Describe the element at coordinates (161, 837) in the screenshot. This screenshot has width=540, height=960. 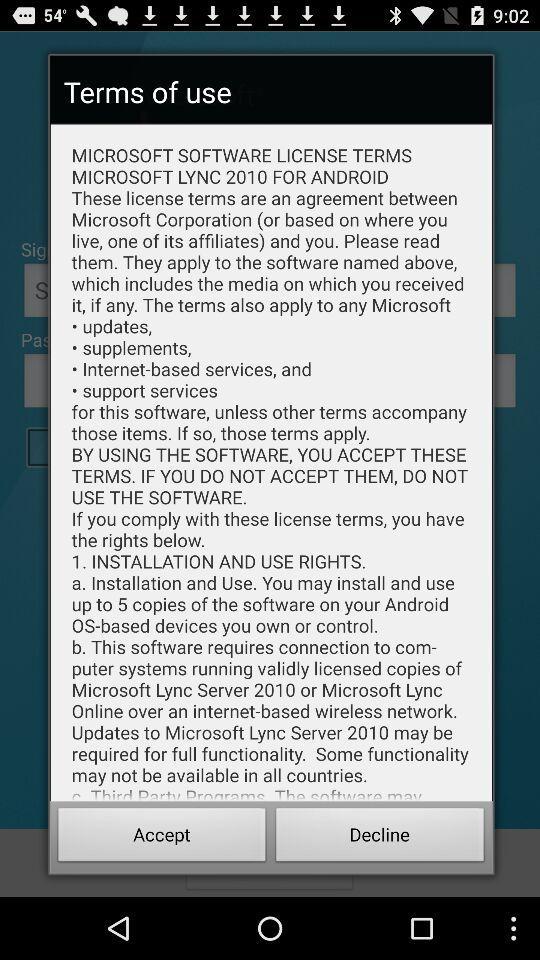
I see `icon at the bottom left corner` at that location.